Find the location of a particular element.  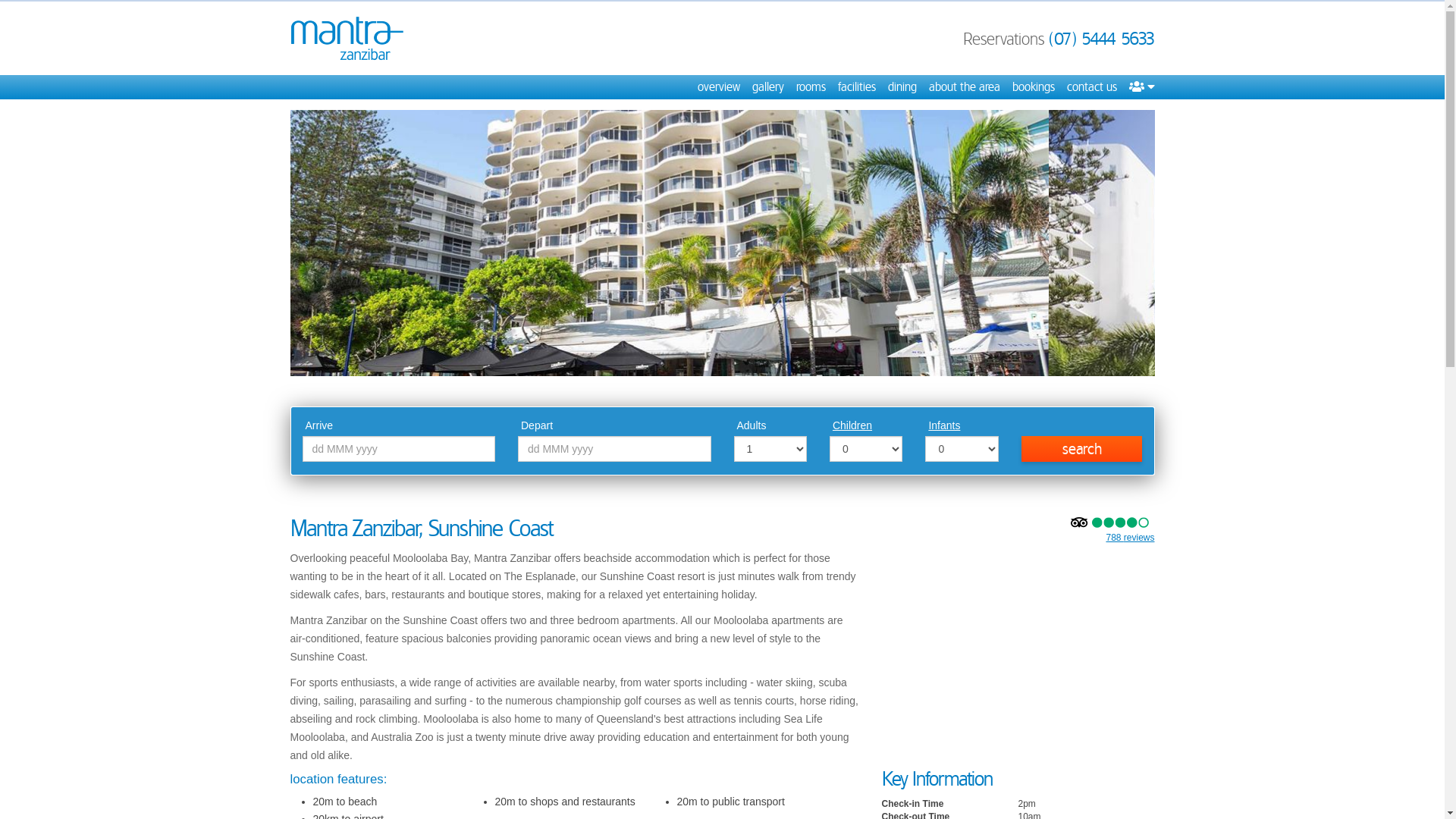

'Building-Mantra Zanzibar' is located at coordinates (720, 242).